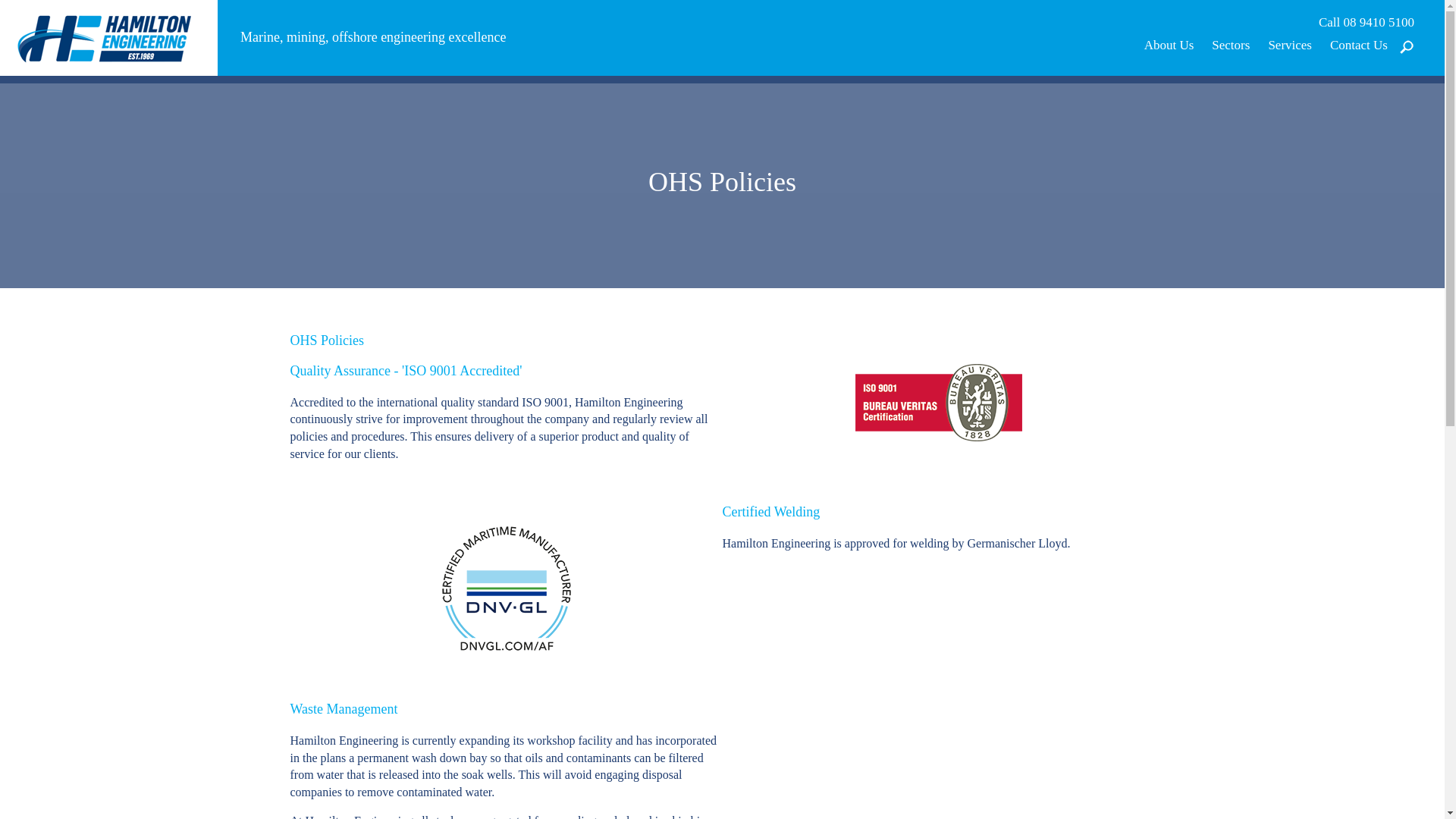 Image resolution: width=1456 pixels, height=819 pixels. Describe the element at coordinates (1375, 116) in the screenshot. I see `'Search'` at that location.